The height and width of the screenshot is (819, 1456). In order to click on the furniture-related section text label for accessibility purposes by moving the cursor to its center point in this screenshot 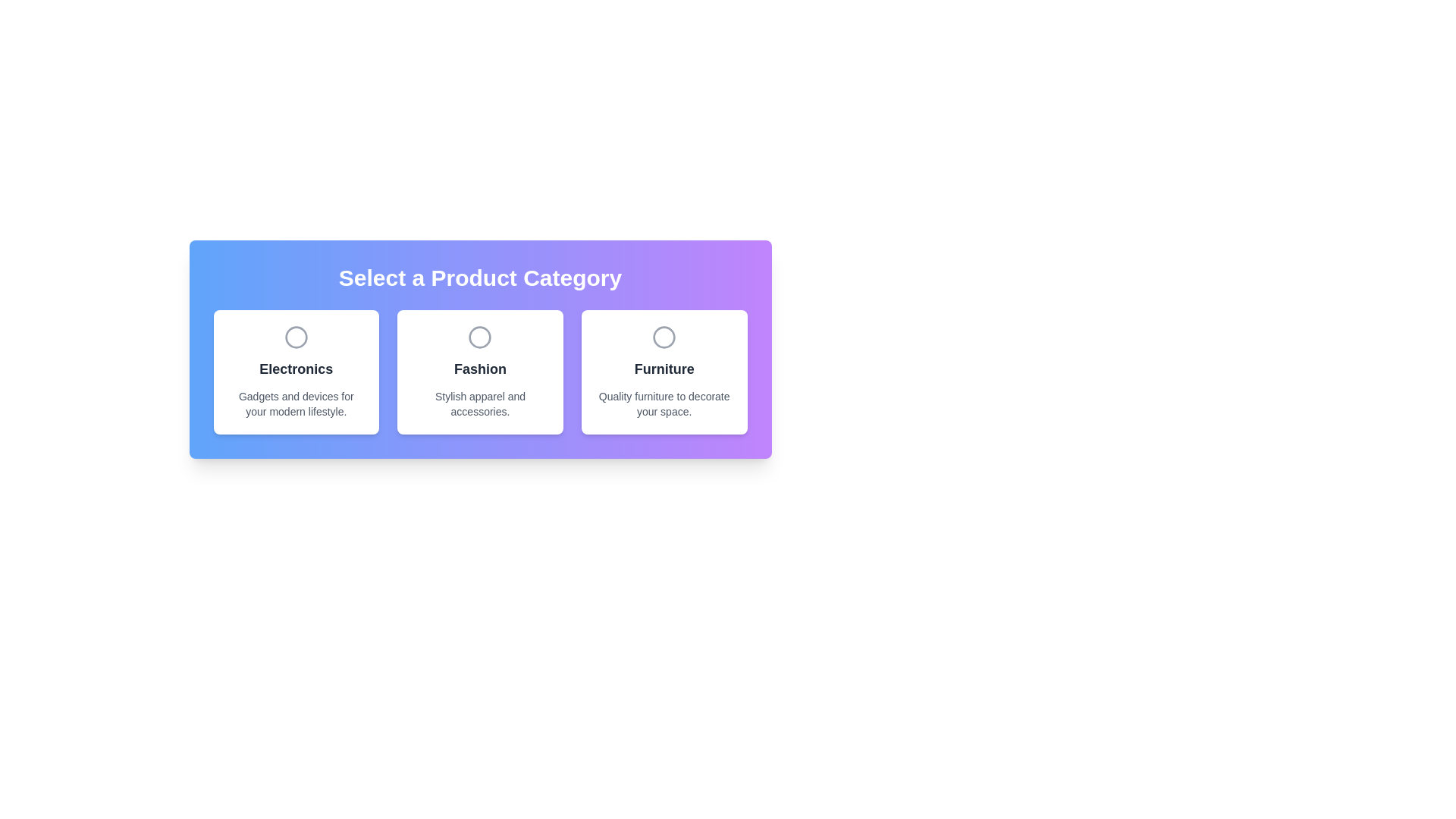, I will do `click(664, 369)`.